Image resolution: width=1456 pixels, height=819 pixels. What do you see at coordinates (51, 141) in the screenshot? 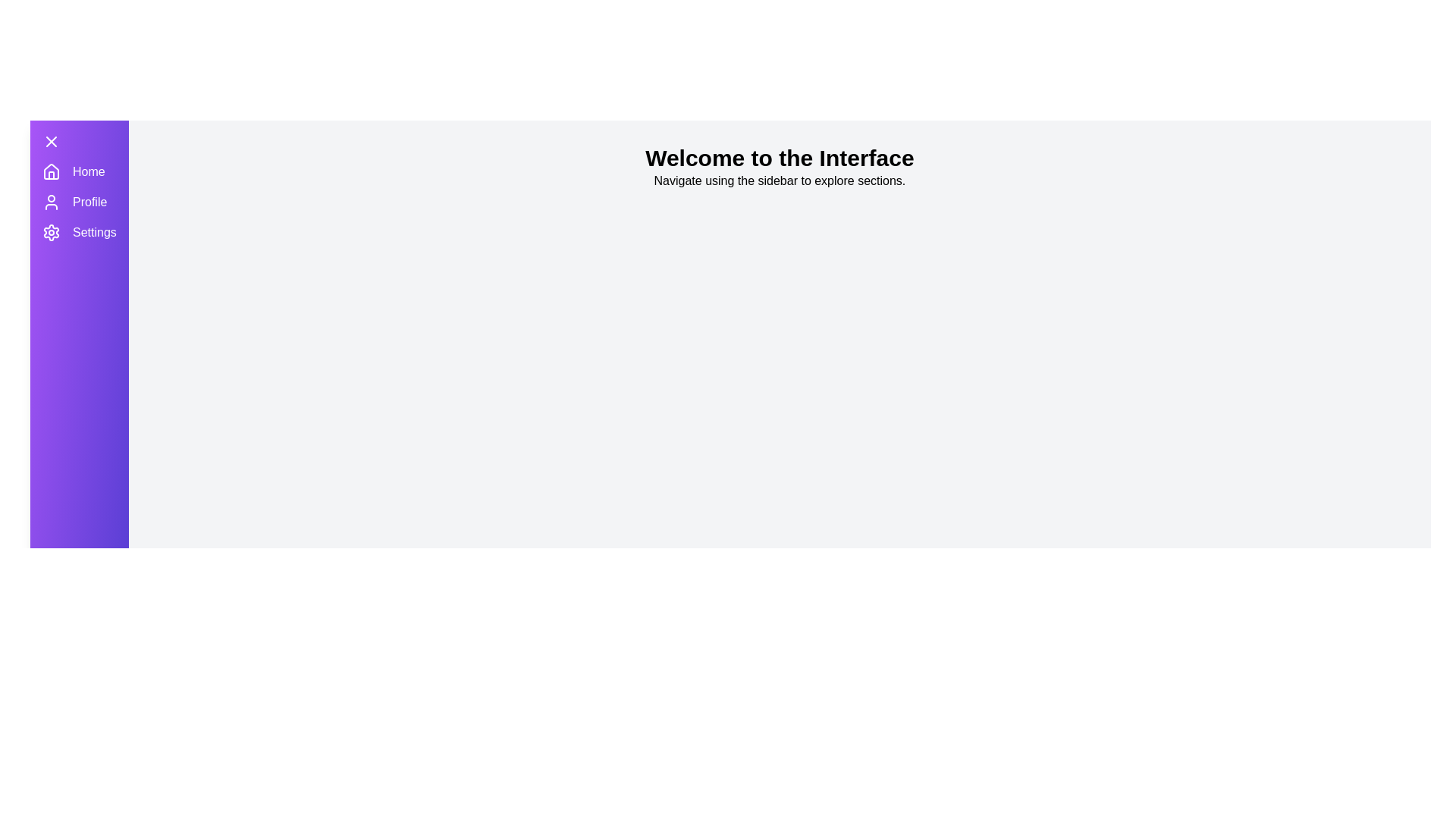
I see `the toggle button to toggle the drawer open or closed` at bounding box center [51, 141].